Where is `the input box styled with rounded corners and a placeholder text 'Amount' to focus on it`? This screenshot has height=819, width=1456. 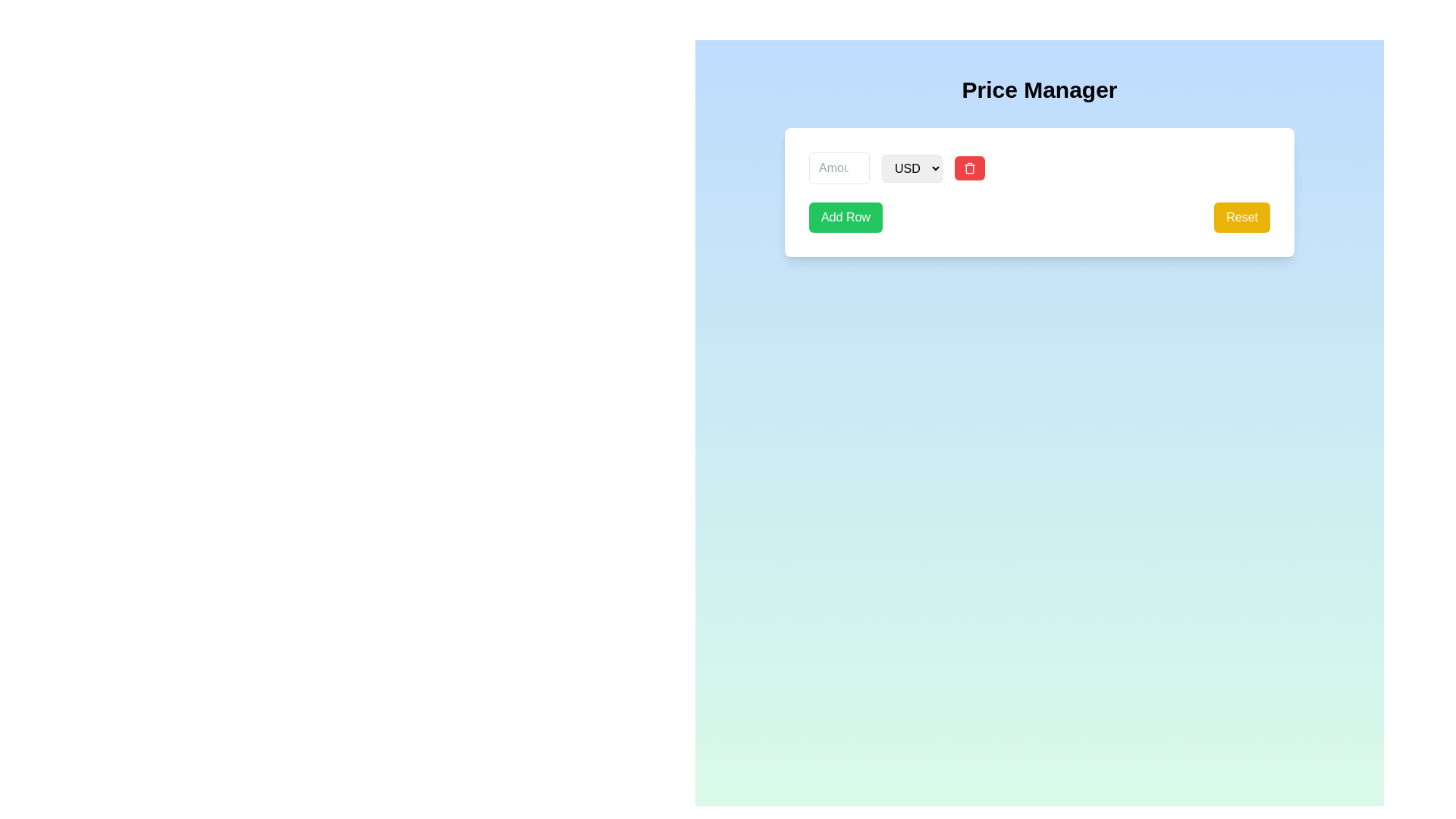 the input box styled with rounded corners and a placeholder text 'Amount' to focus on it is located at coordinates (839, 168).